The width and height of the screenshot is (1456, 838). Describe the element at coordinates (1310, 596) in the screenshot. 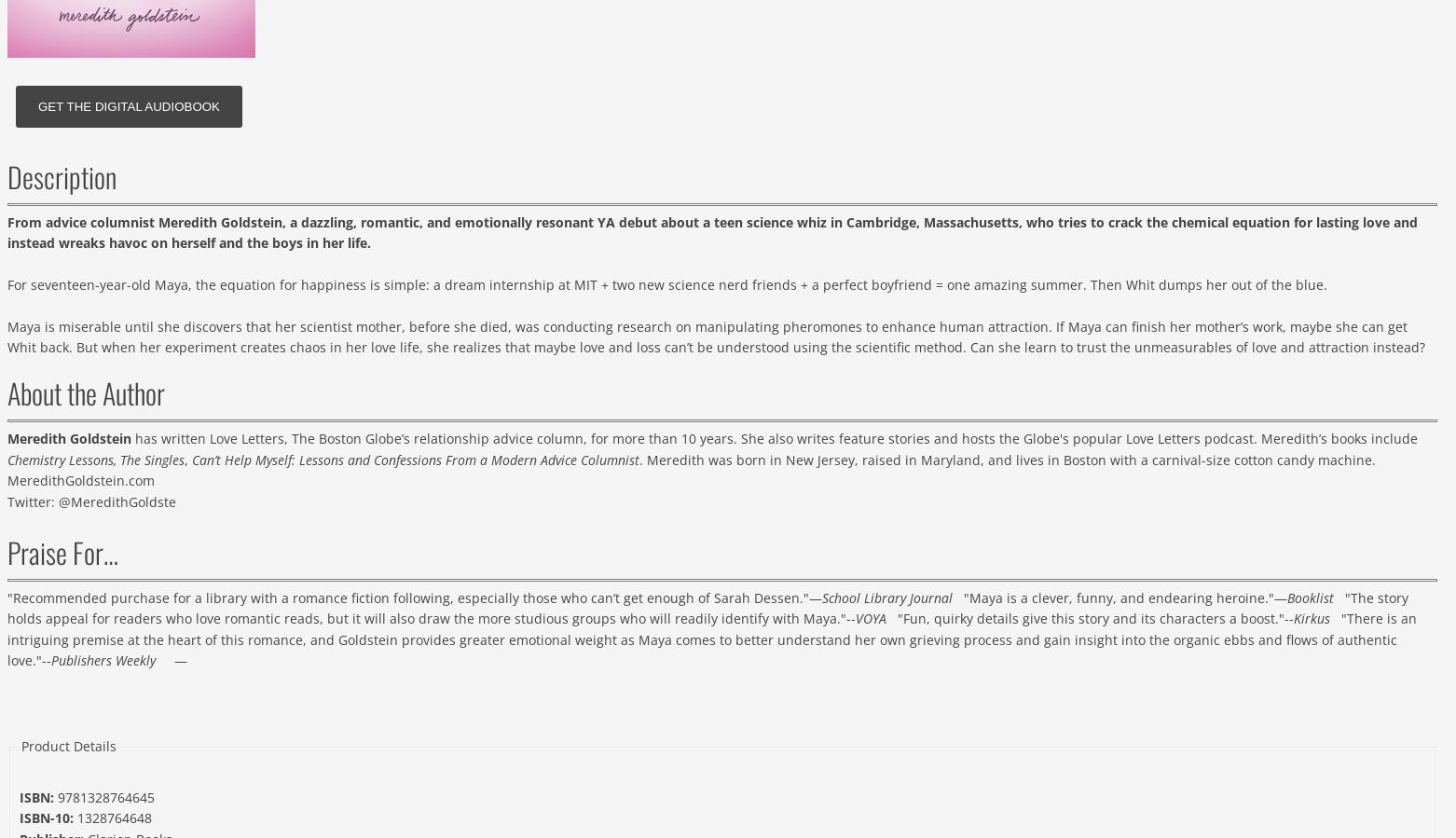

I see `'Booklist'` at that location.